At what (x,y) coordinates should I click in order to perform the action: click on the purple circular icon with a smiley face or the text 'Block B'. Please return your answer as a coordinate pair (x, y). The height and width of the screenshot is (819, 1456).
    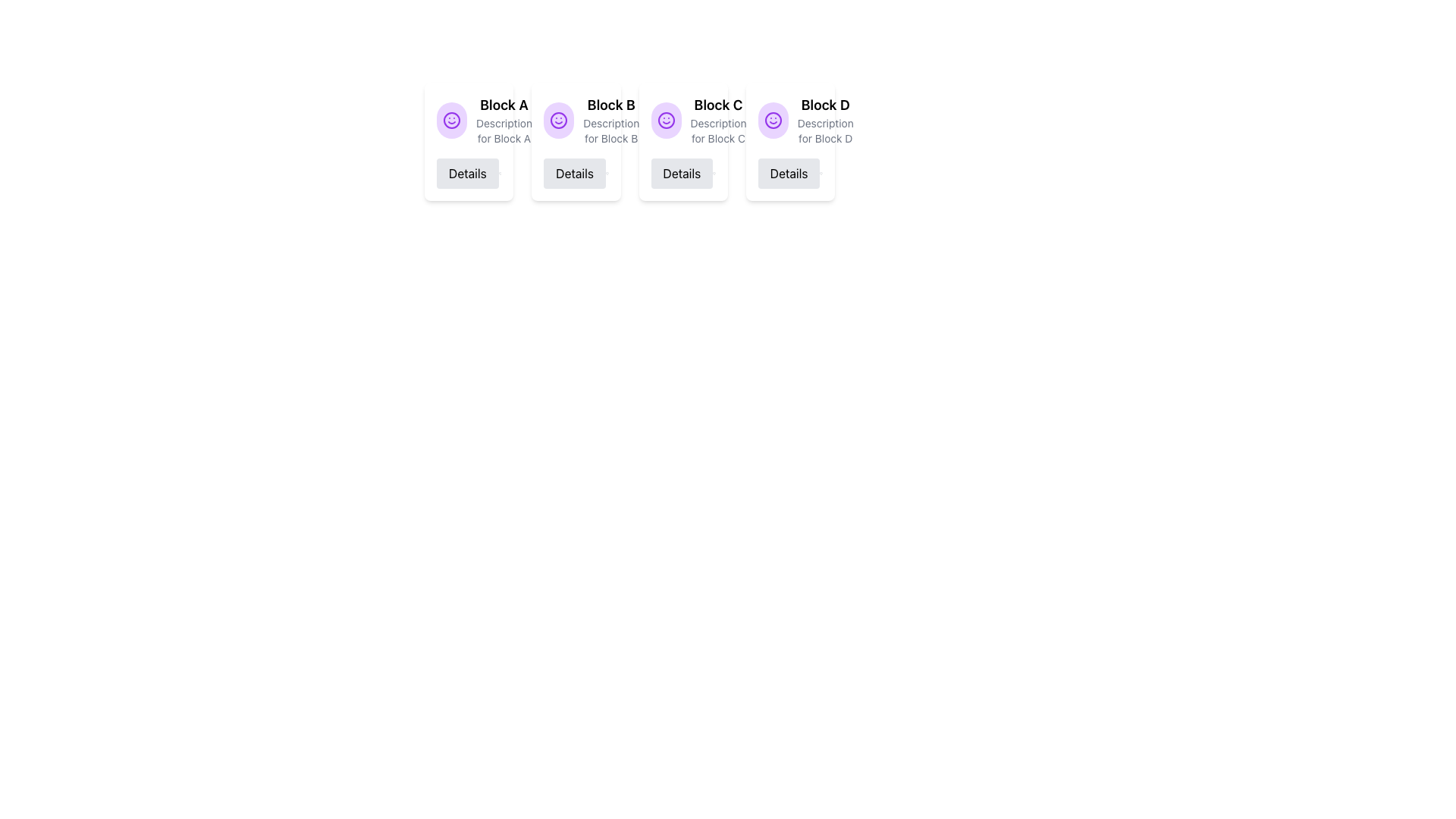
    Looking at the image, I should click on (575, 119).